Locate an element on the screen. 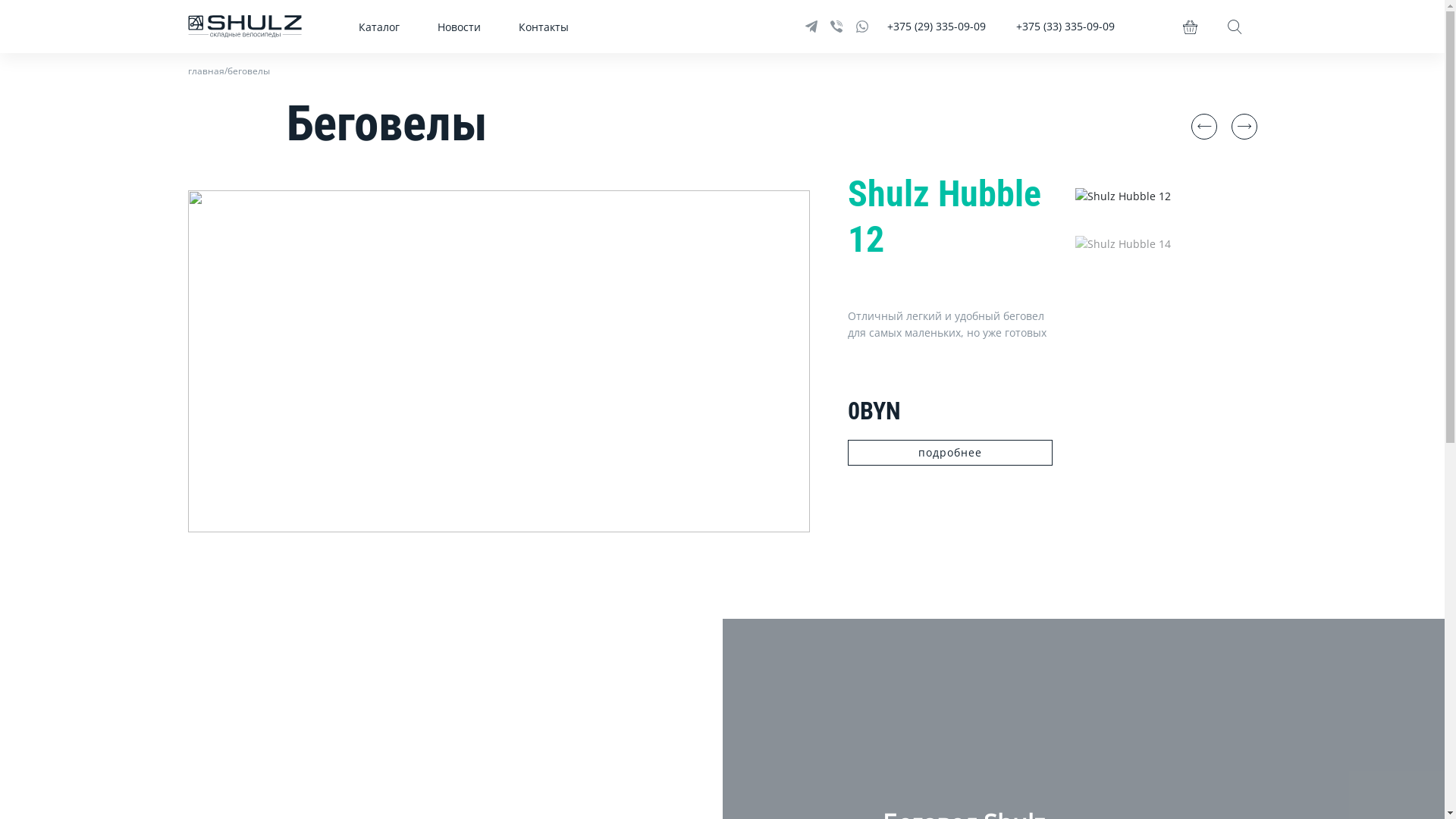 This screenshot has height=819, width=1456. 'Shulz Hubble 14' is located at coordinates (1123, 242).